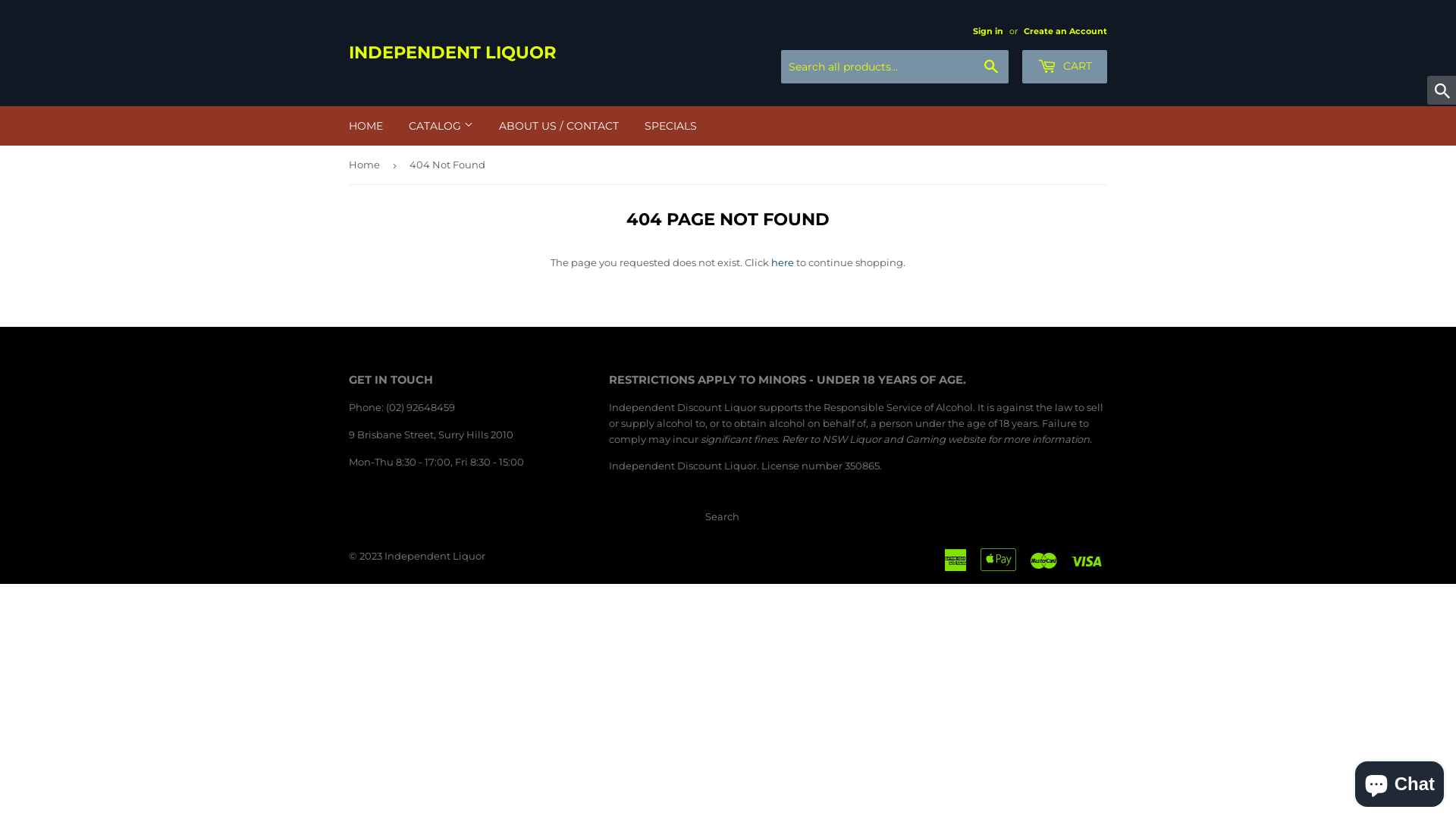 This screenshot has width=1456, height=819. Describe the element at coordinates (633, 124) in the screenshot. I see `'SPECIALS'` at that location.